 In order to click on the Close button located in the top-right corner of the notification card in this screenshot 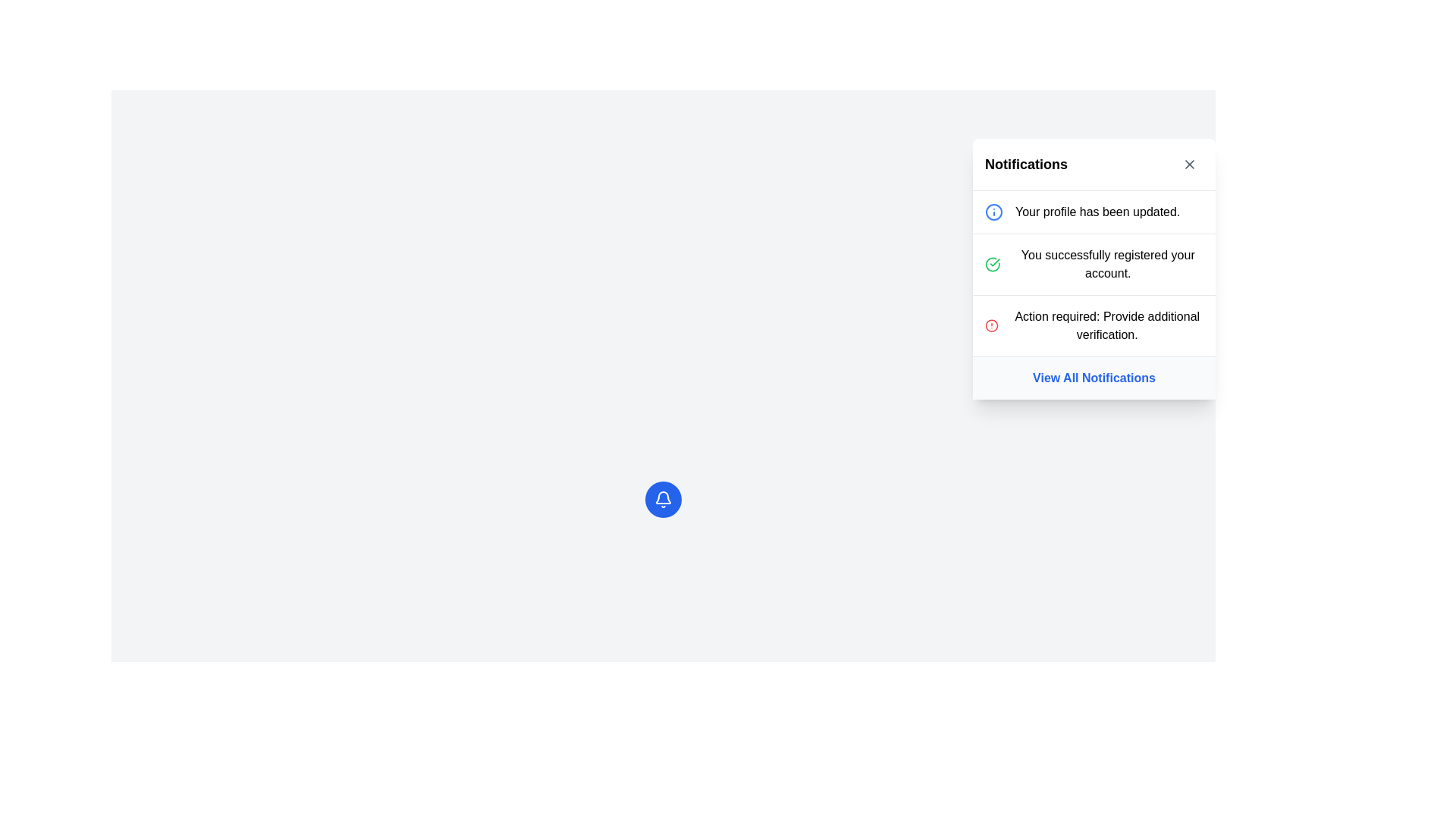, I will do `click(1189, 164)`.